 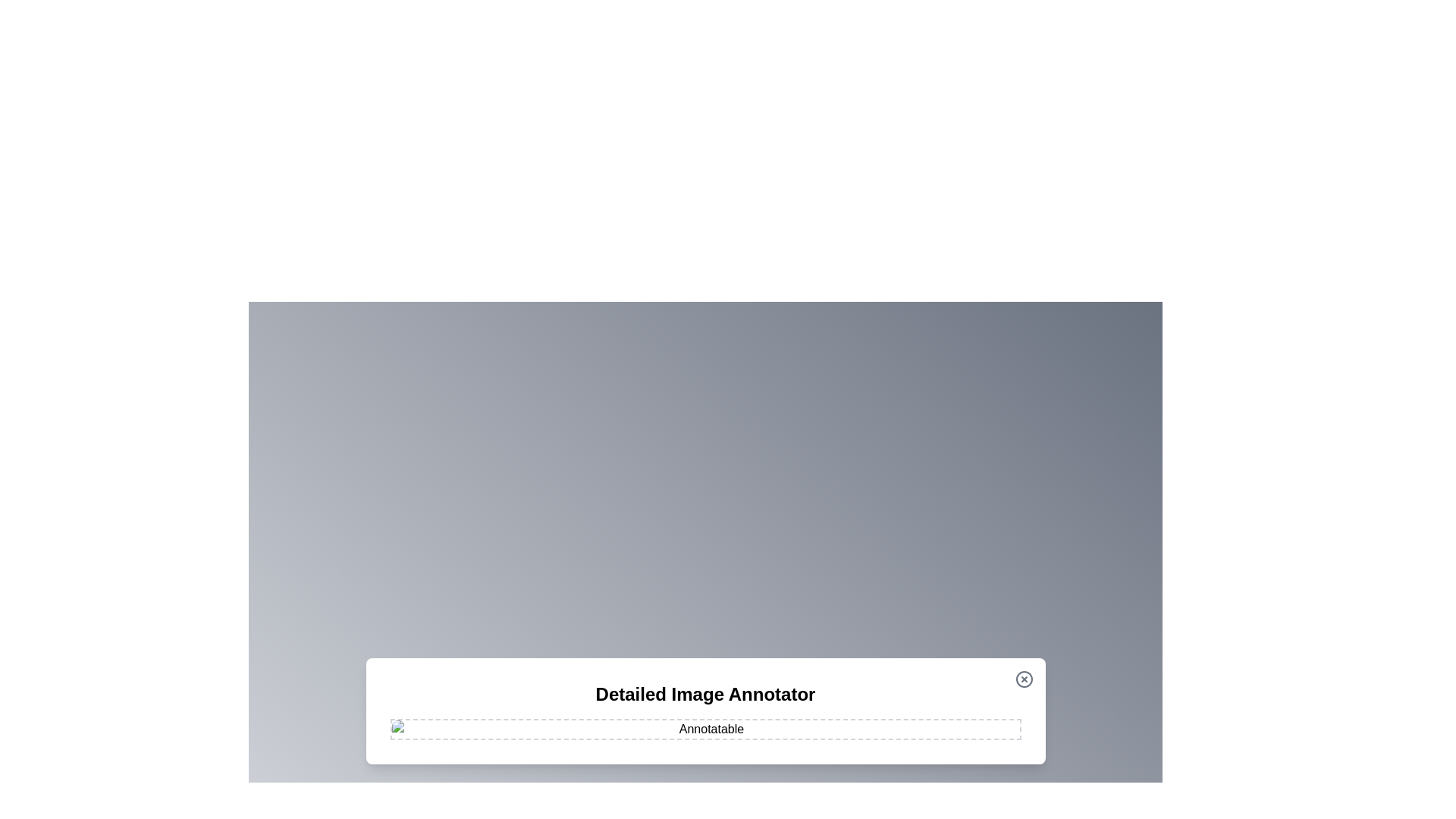 I want to click on the image at coordinates (1070, 963) to add an annotation, so click(x=811, y=730).